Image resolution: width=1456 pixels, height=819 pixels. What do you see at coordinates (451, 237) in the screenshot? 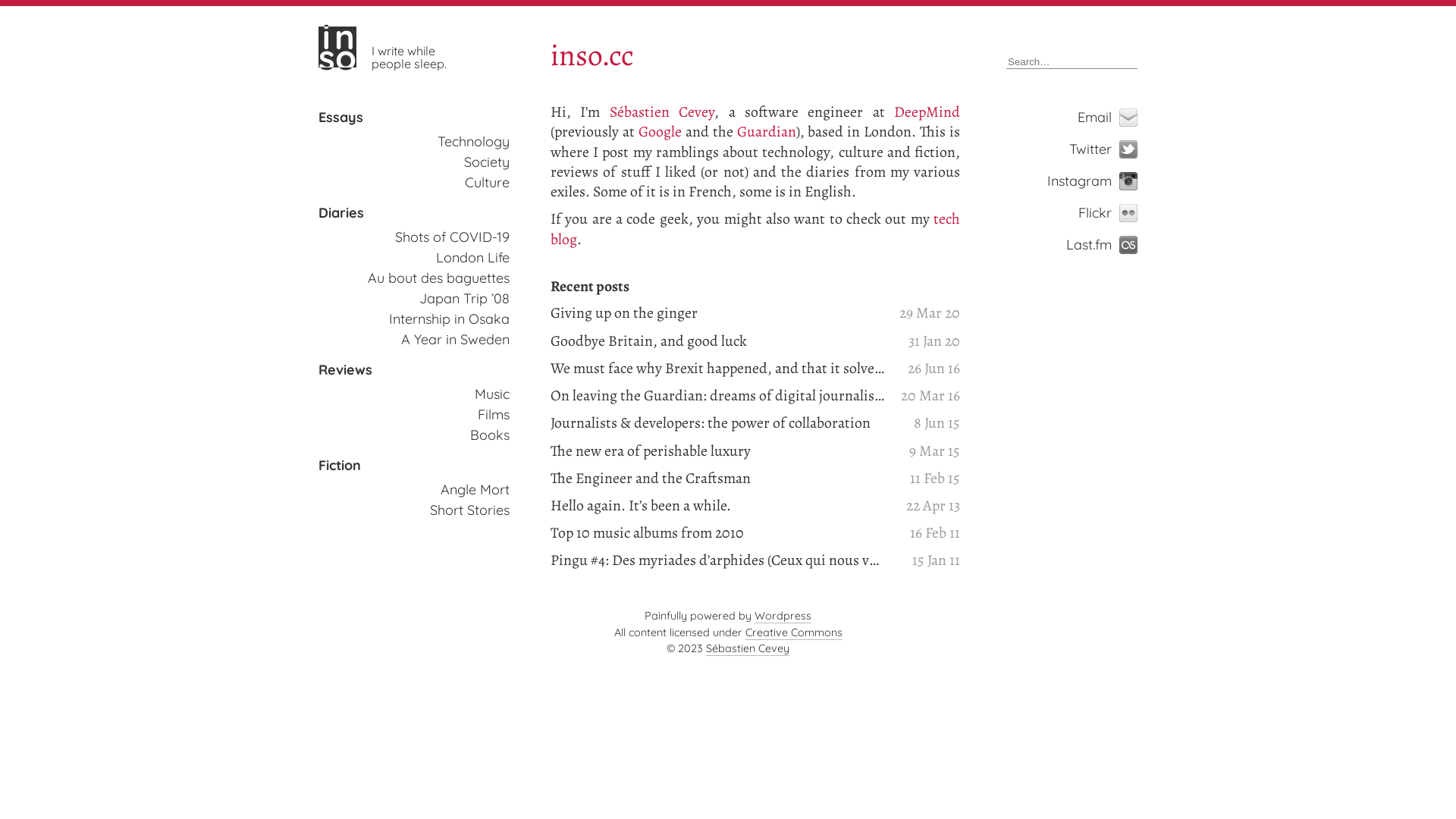
I see `'Shots of COVID-19'` at bounding box center [451, 237].